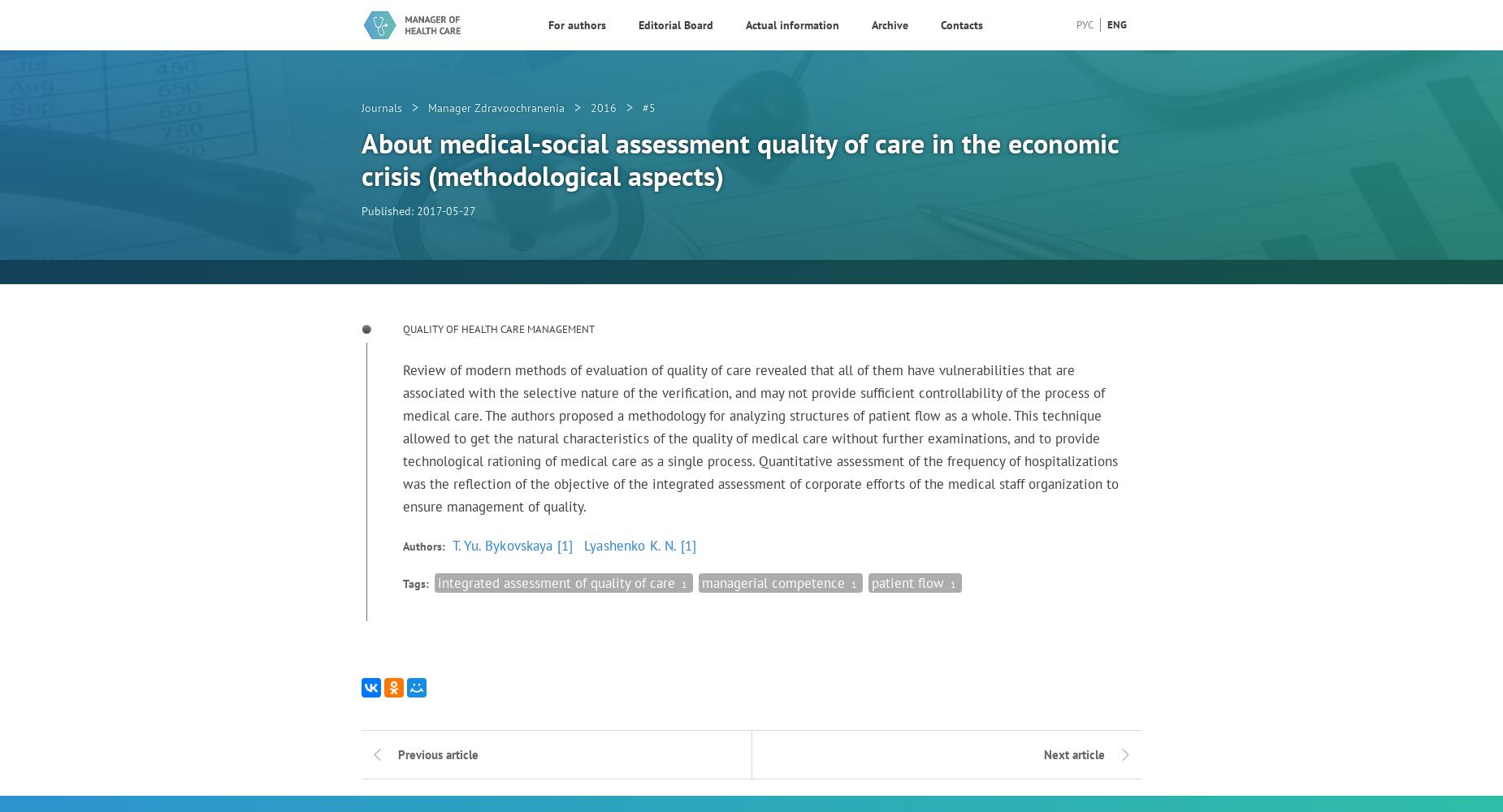 This screenshot has width=1503, height=812. Describe the element at coordinates (577, 25) in the screenshot. I see `'For authors'` at that location.